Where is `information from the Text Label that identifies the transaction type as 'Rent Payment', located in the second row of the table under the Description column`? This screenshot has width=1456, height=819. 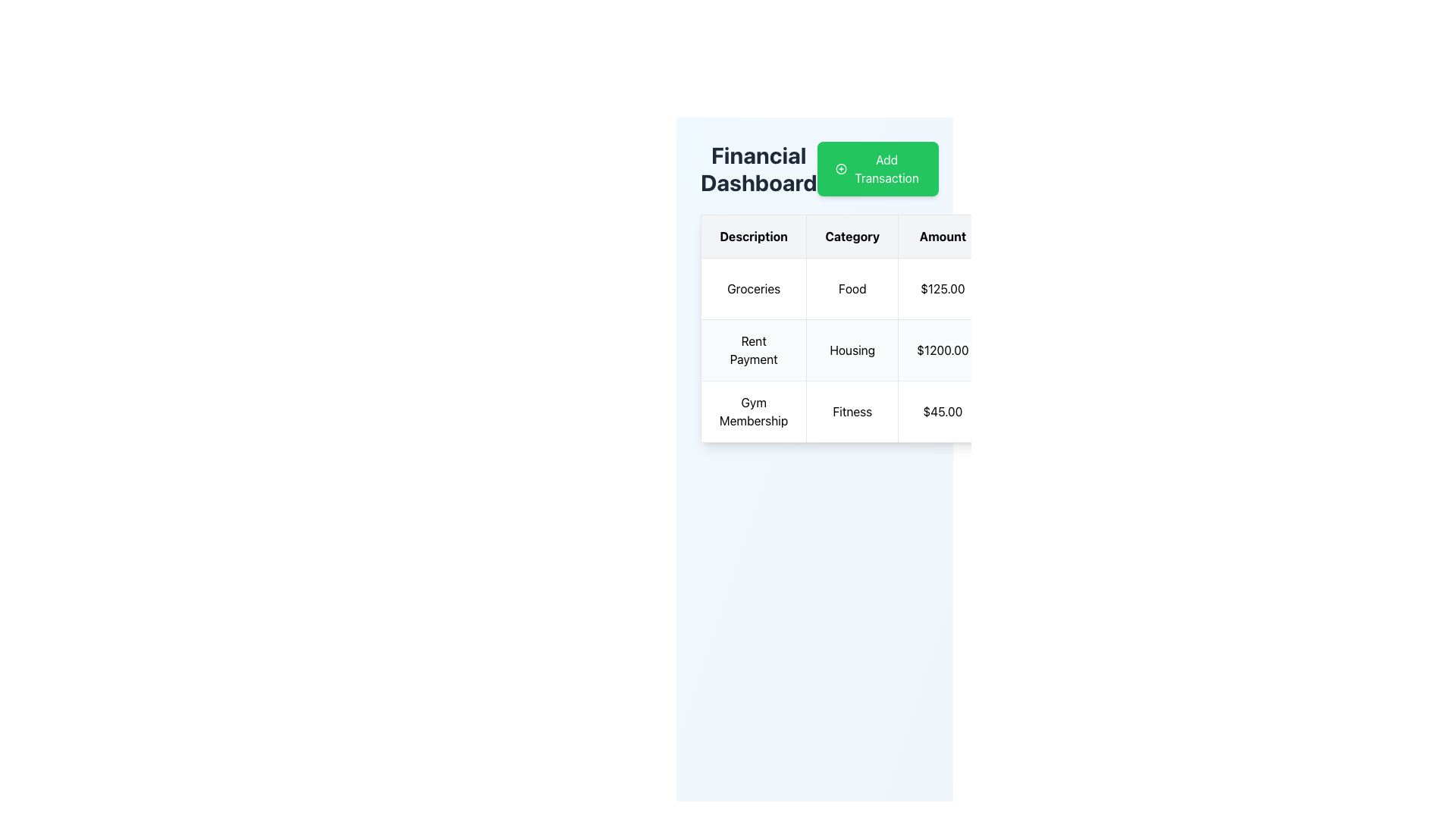 information from the Text Label that identifies the transaction type as 'Rent Payment', located in the second row of the table under the Description column is located at coordinates (754, 350).